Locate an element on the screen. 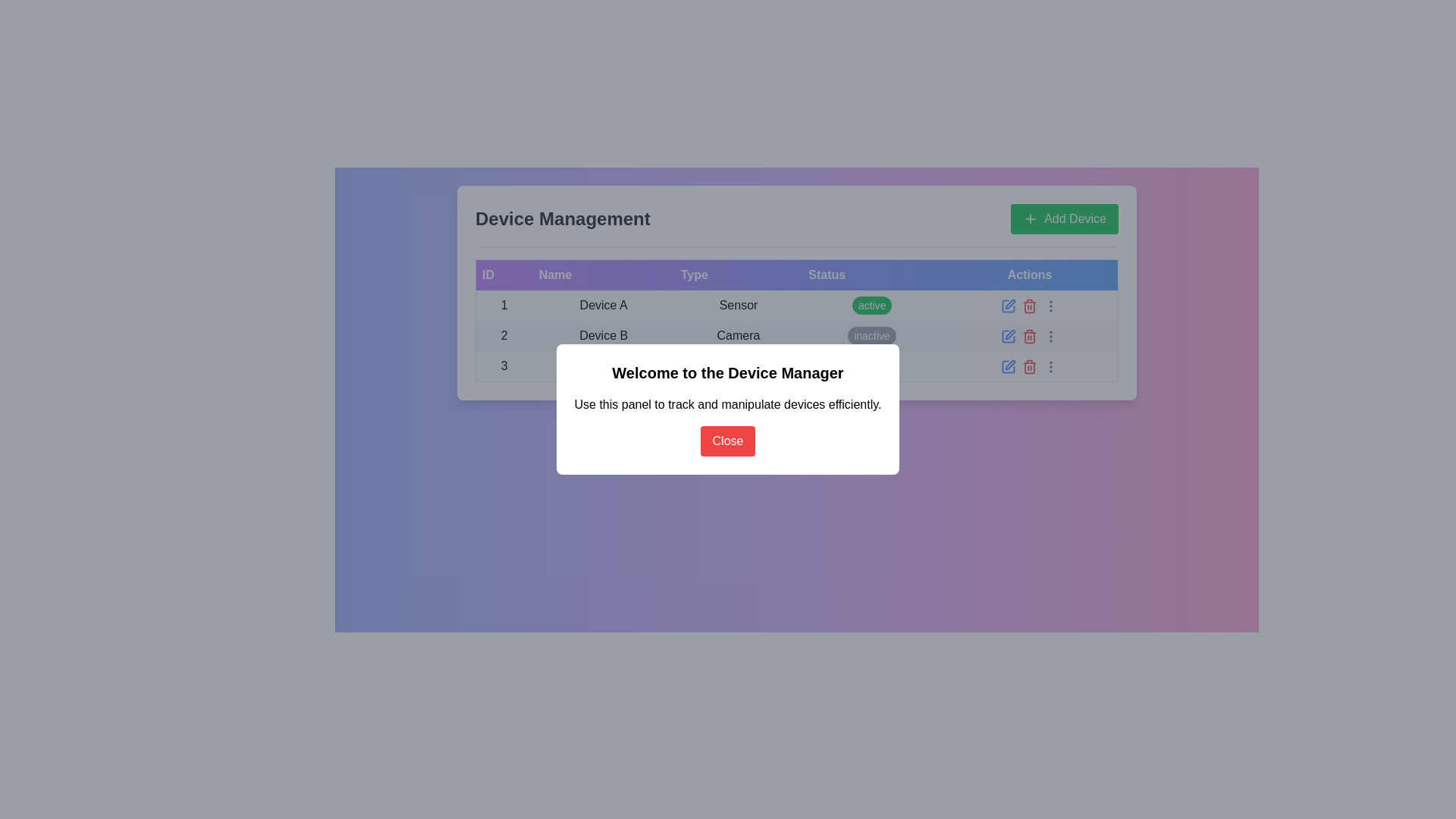 The image size is (1456, 819). the 'Sensor' label in the 'Type' column of the table that displays device information is located at coordinates (739, 305).